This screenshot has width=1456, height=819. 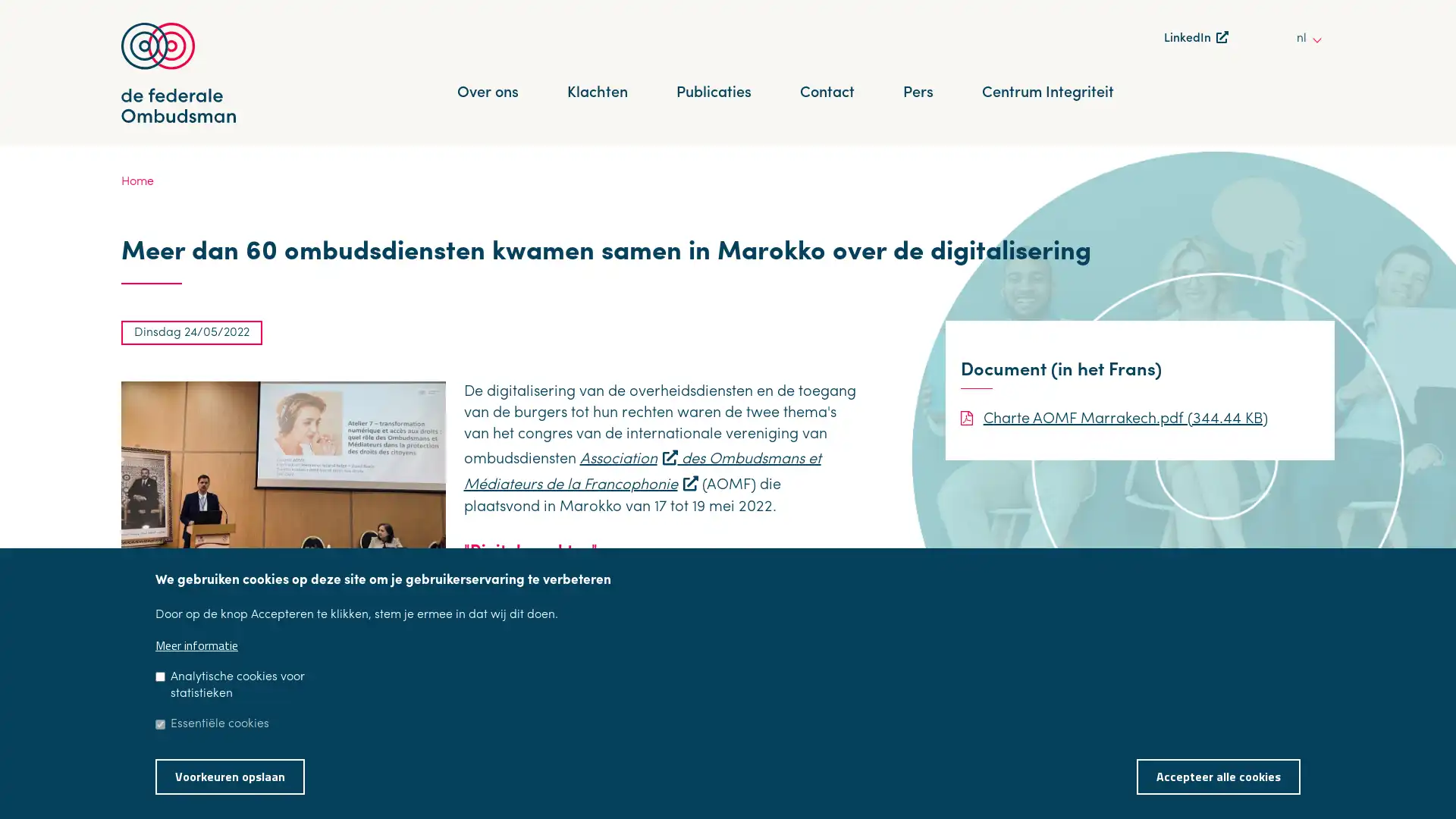 What do you see at coordinates (196, 645) in the screenshot?
I see `Meer informatie` at bounding box center [196, 645].